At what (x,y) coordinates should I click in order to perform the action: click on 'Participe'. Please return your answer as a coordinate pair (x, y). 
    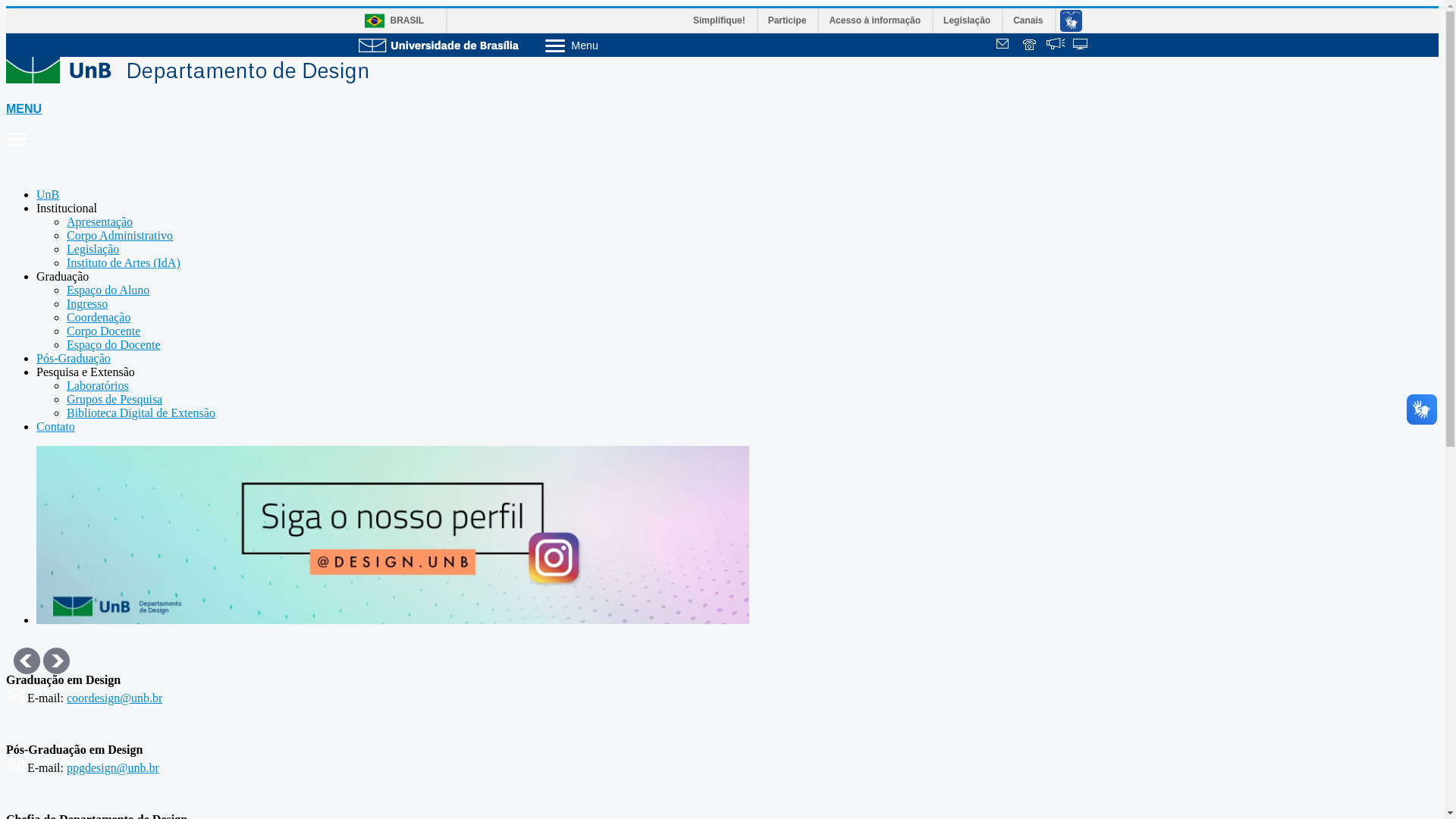
    Looking at the image, I should click on (788, 20).